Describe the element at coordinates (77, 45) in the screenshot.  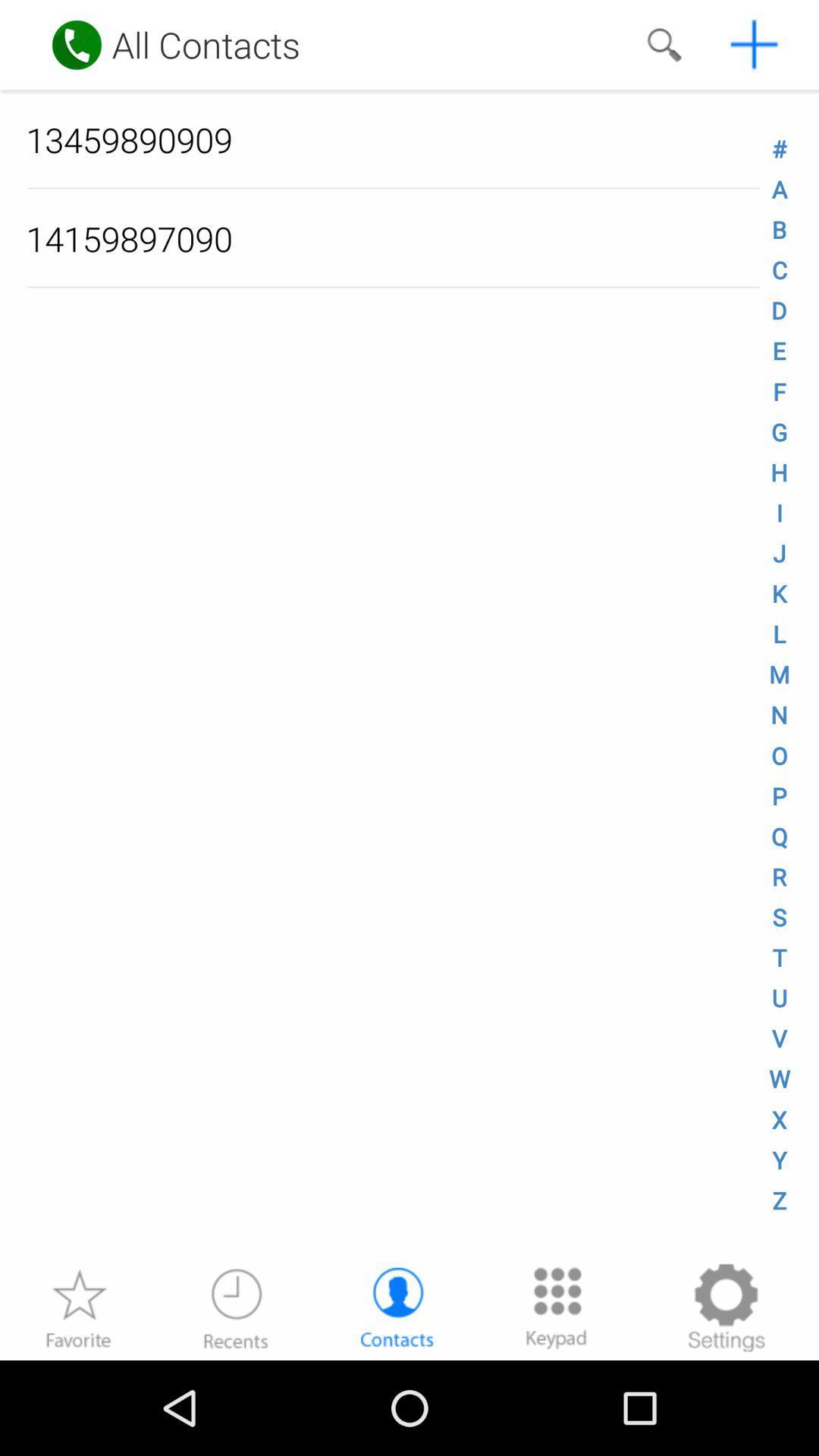
I see `call button` at that location.